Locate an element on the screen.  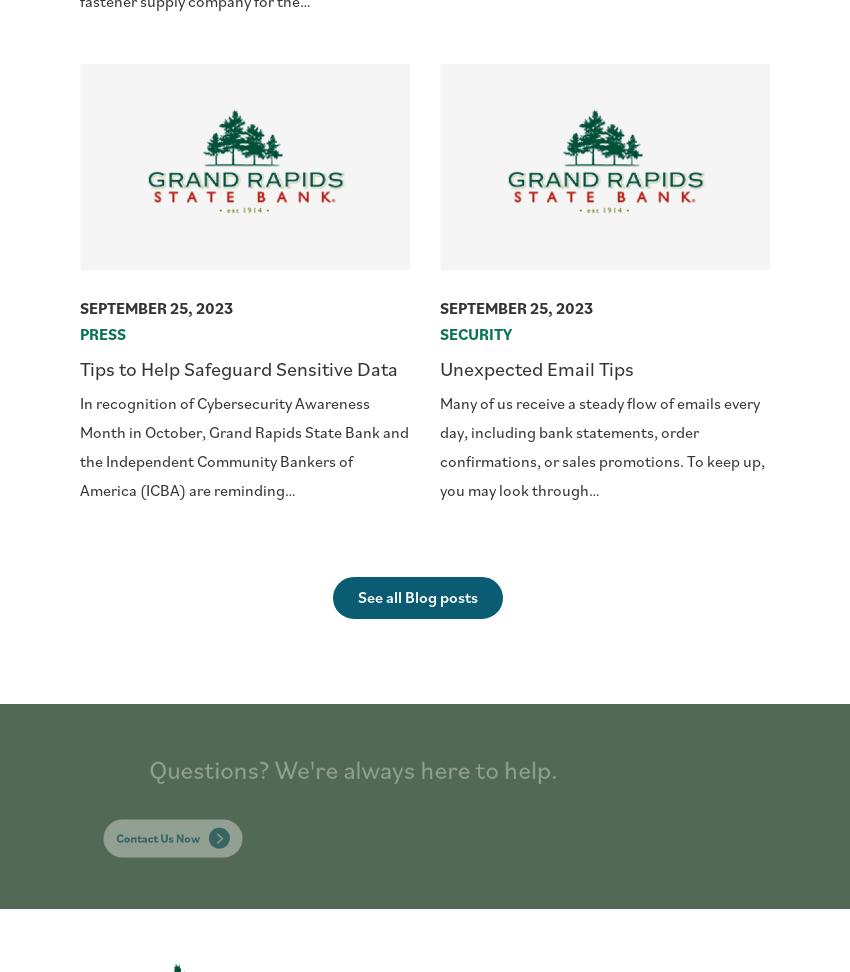
'See all Blog posts' is located at coordinates (356, 595).